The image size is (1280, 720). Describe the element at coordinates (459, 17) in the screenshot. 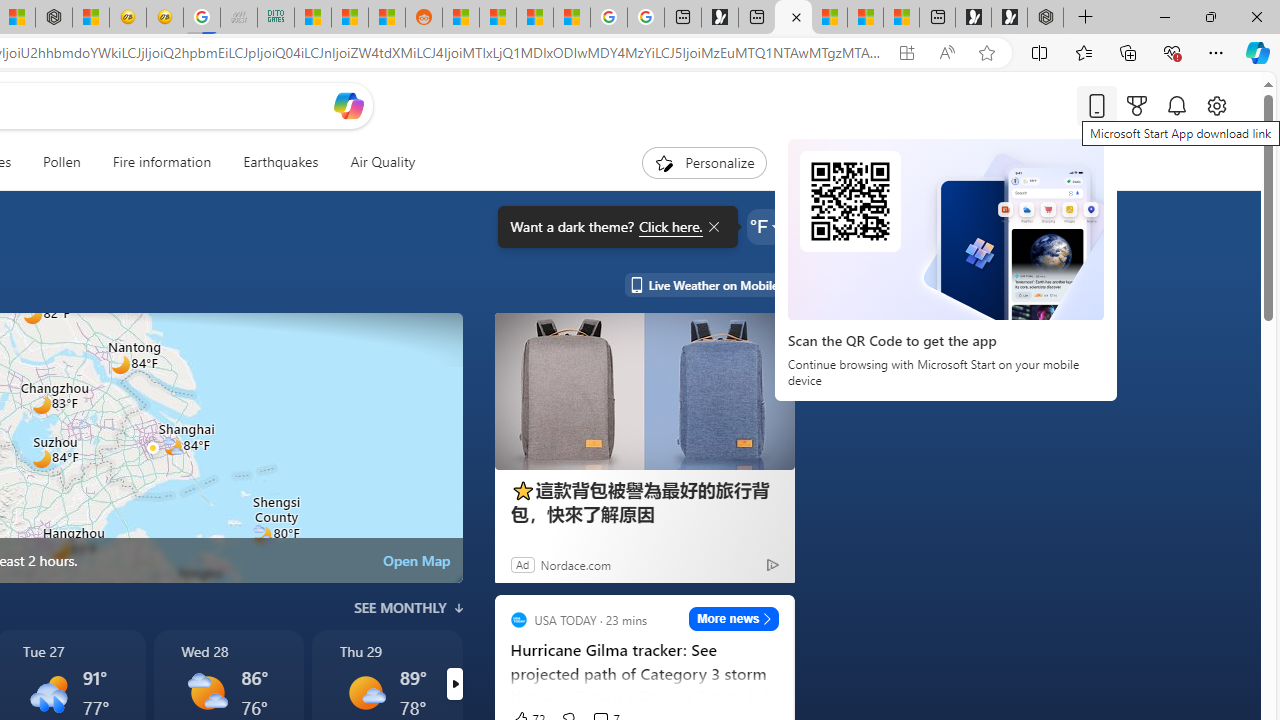

I see `'R******* | Trusted Community Engagement and Contributions'` at that location.